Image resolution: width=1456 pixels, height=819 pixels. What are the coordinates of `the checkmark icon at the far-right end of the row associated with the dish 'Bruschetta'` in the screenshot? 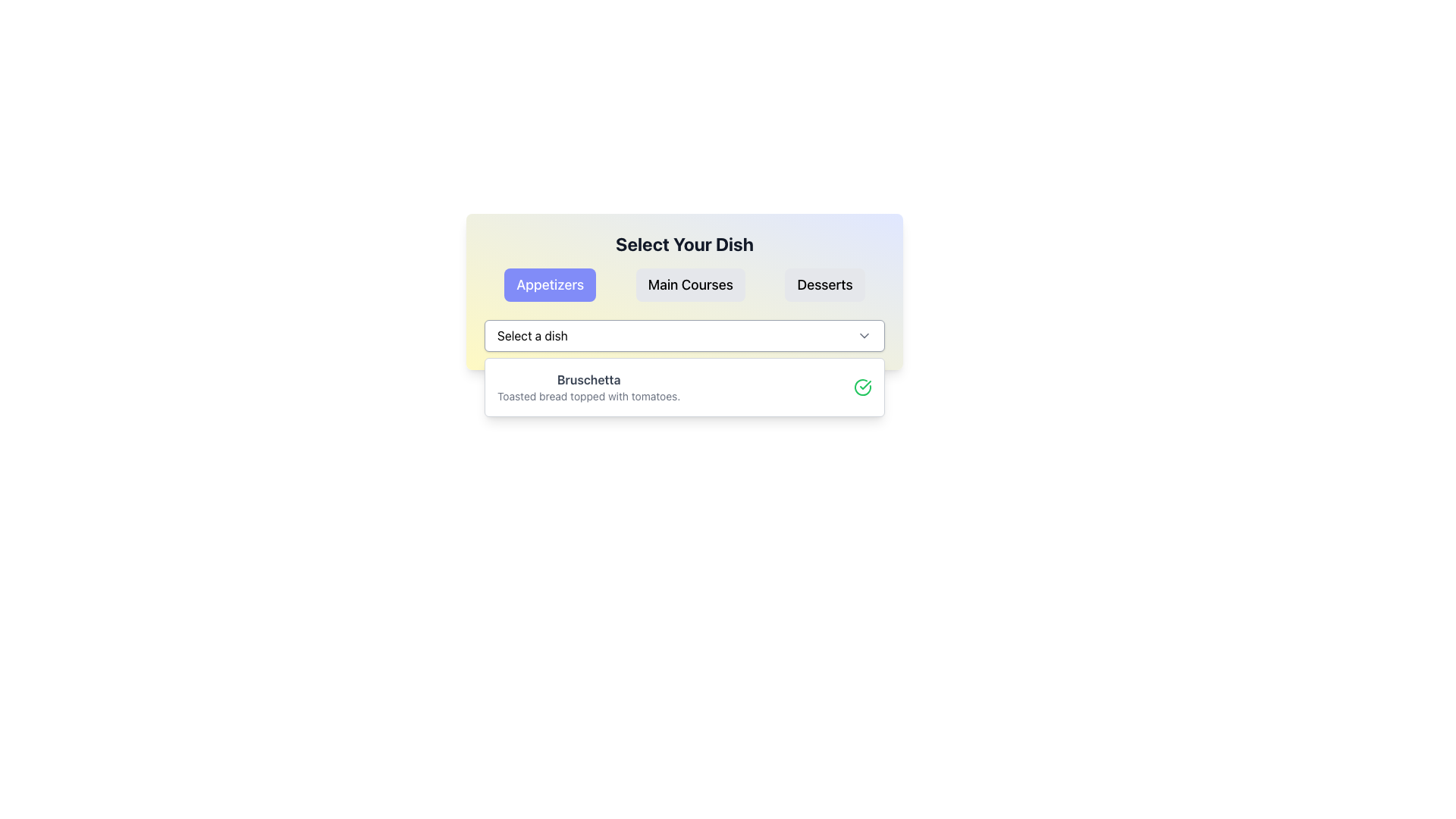 It's located at (862, 386).